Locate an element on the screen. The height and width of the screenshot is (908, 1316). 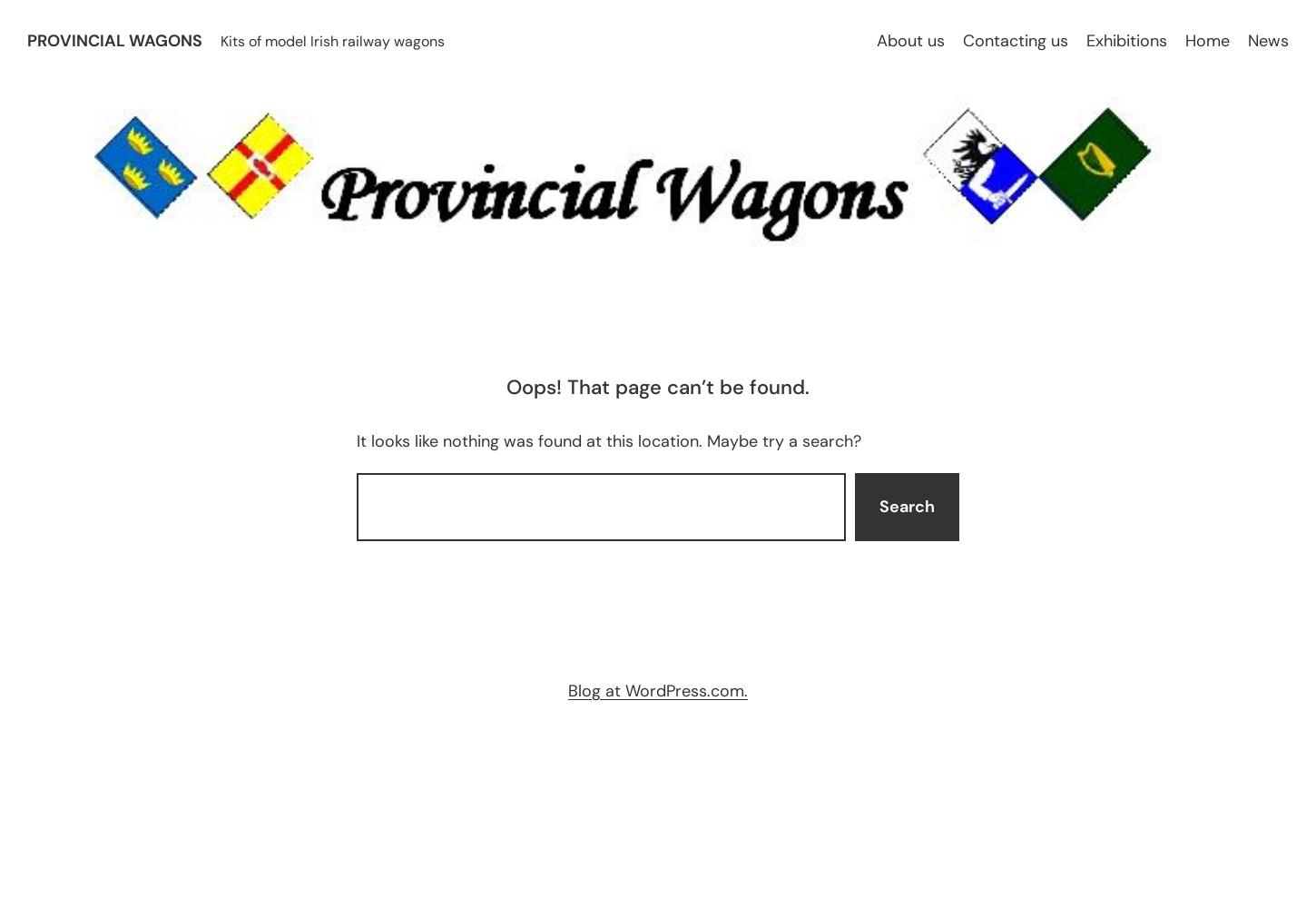
'Home' is located at coordinates (1206, 41).